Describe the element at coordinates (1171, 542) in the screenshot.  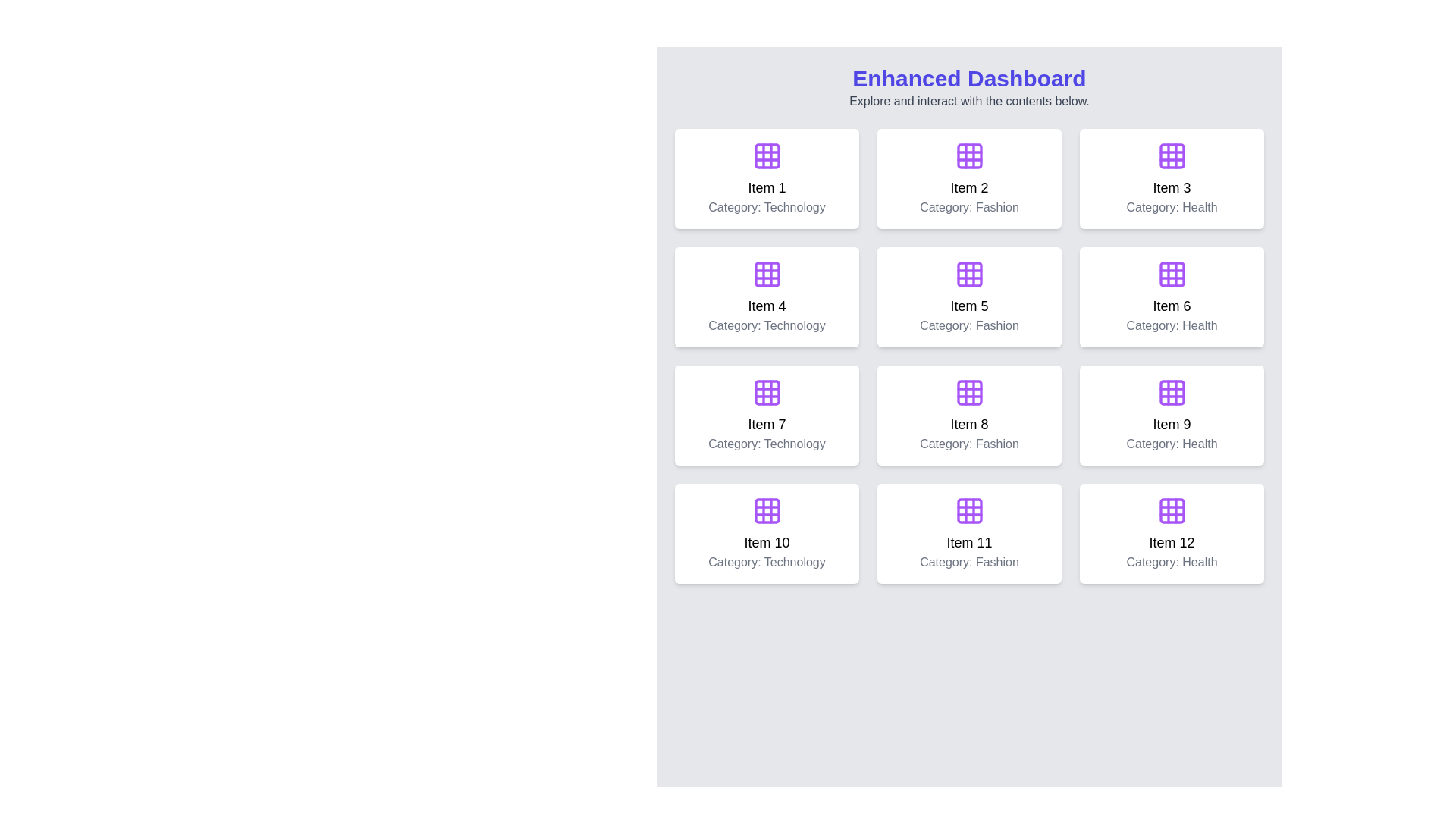
I see `the static text label displaying 'Item 12', which is part of a white rounded card located at the bottom right of the grid layout on the dashboard` at that location.